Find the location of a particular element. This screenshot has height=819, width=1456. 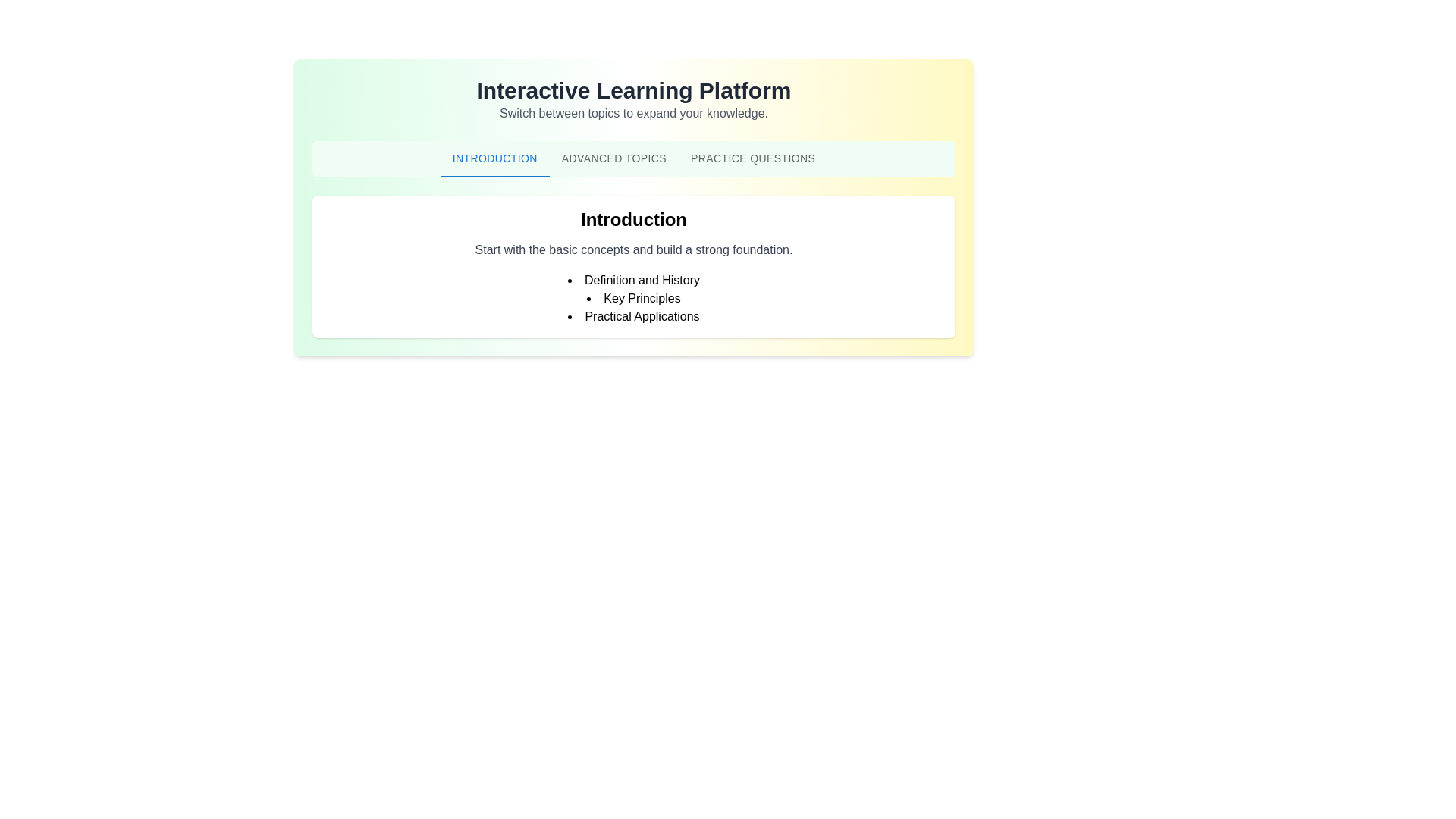

the 'Practice Questions' tab is located at coordinates (753, 158).